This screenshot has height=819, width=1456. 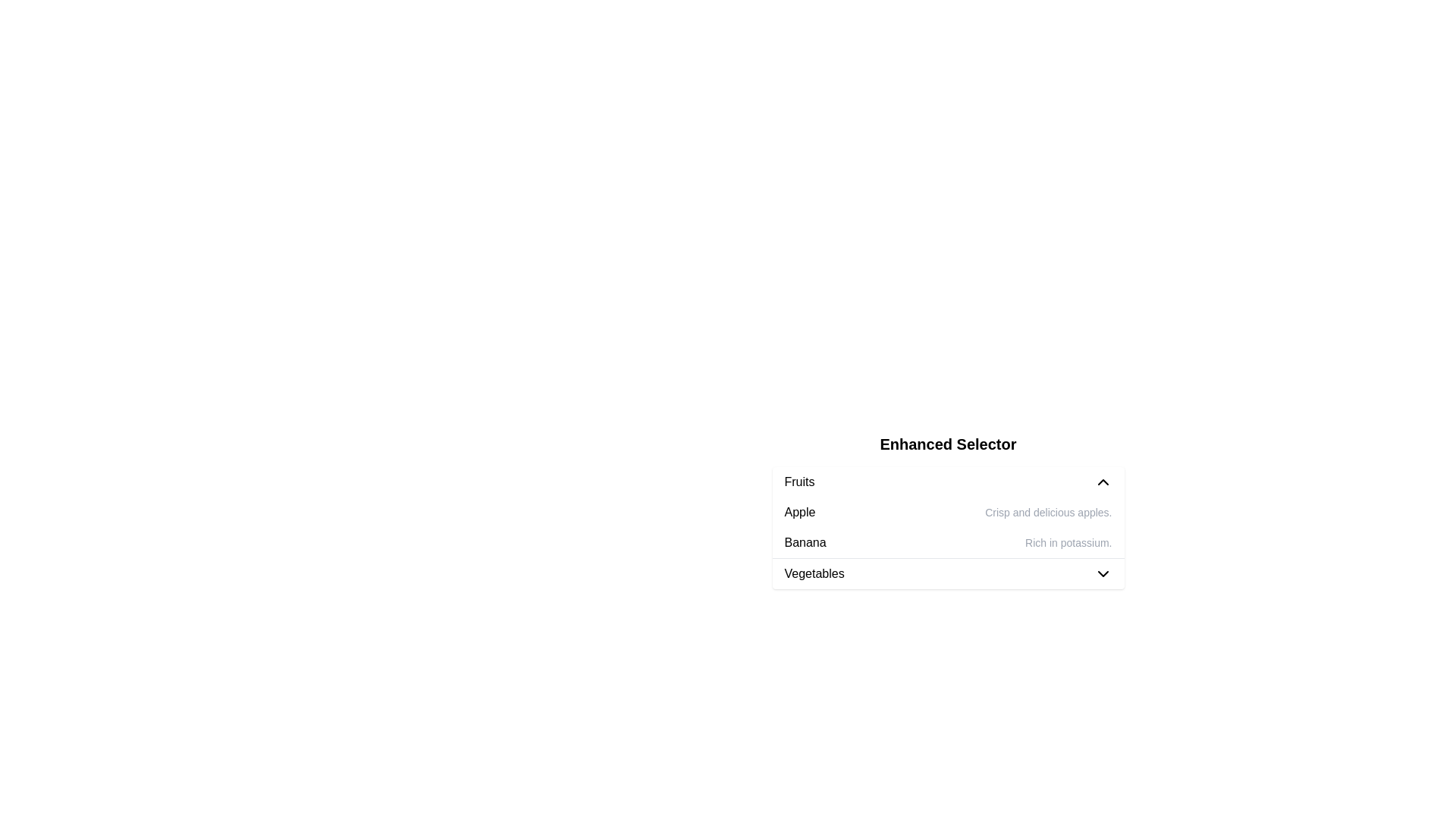 I want to click on the first list item titled 'Apple' with the description 'Crisp and delicious apples', so click(x=947, y=512).